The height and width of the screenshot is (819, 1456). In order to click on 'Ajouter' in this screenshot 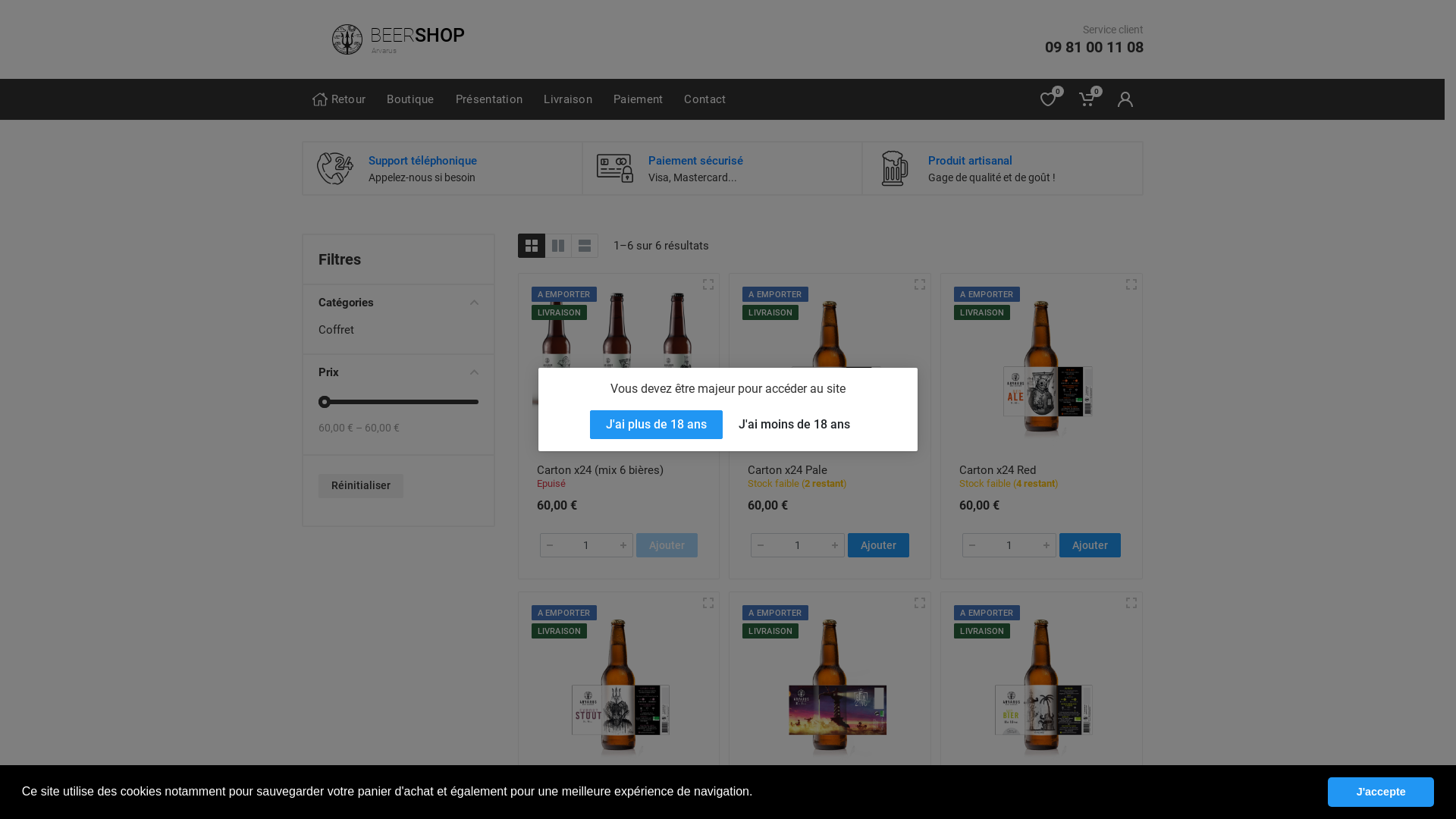, I will do `click(1089, 544)`.